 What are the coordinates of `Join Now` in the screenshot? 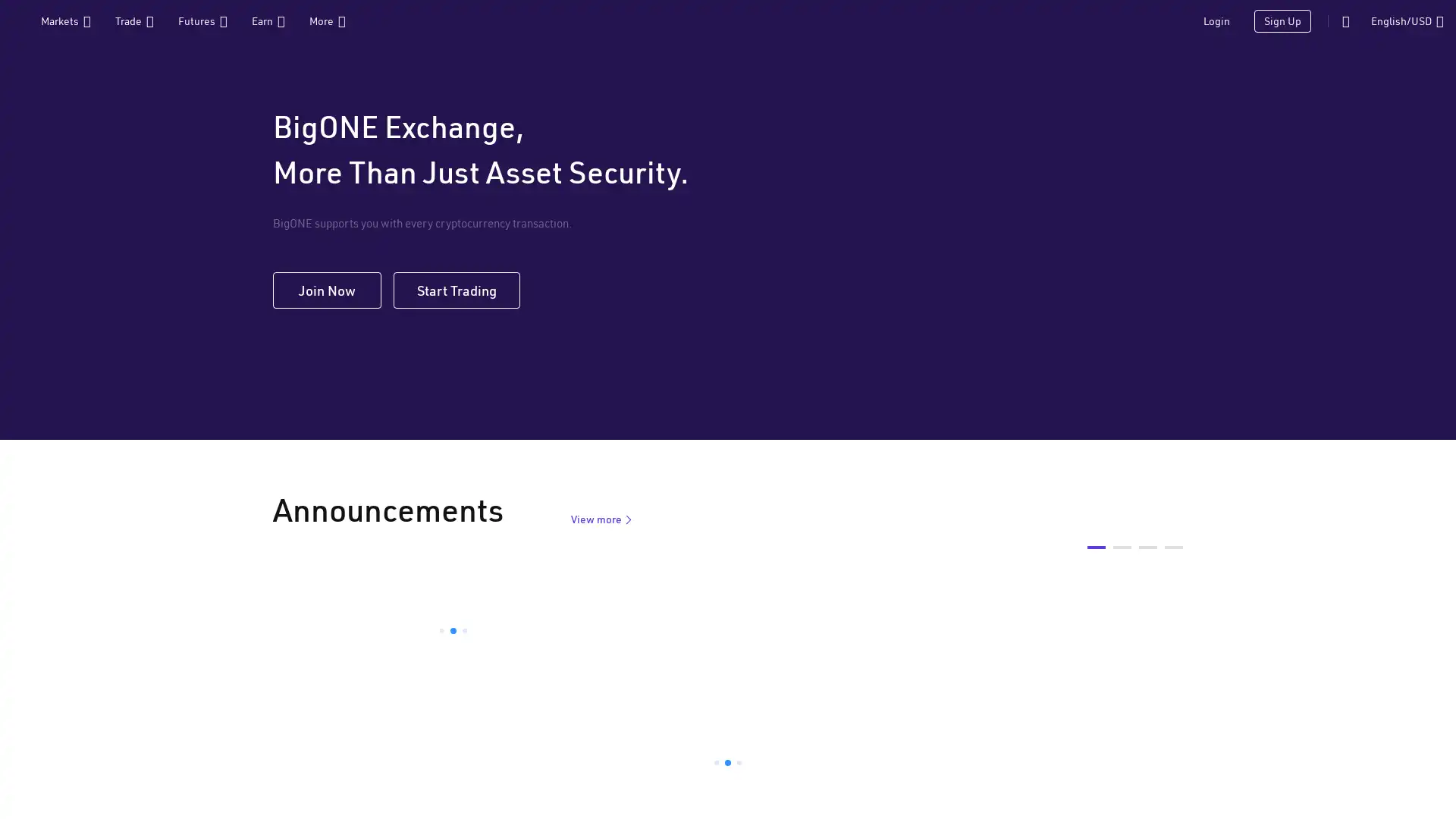 It's located at (326, 290).